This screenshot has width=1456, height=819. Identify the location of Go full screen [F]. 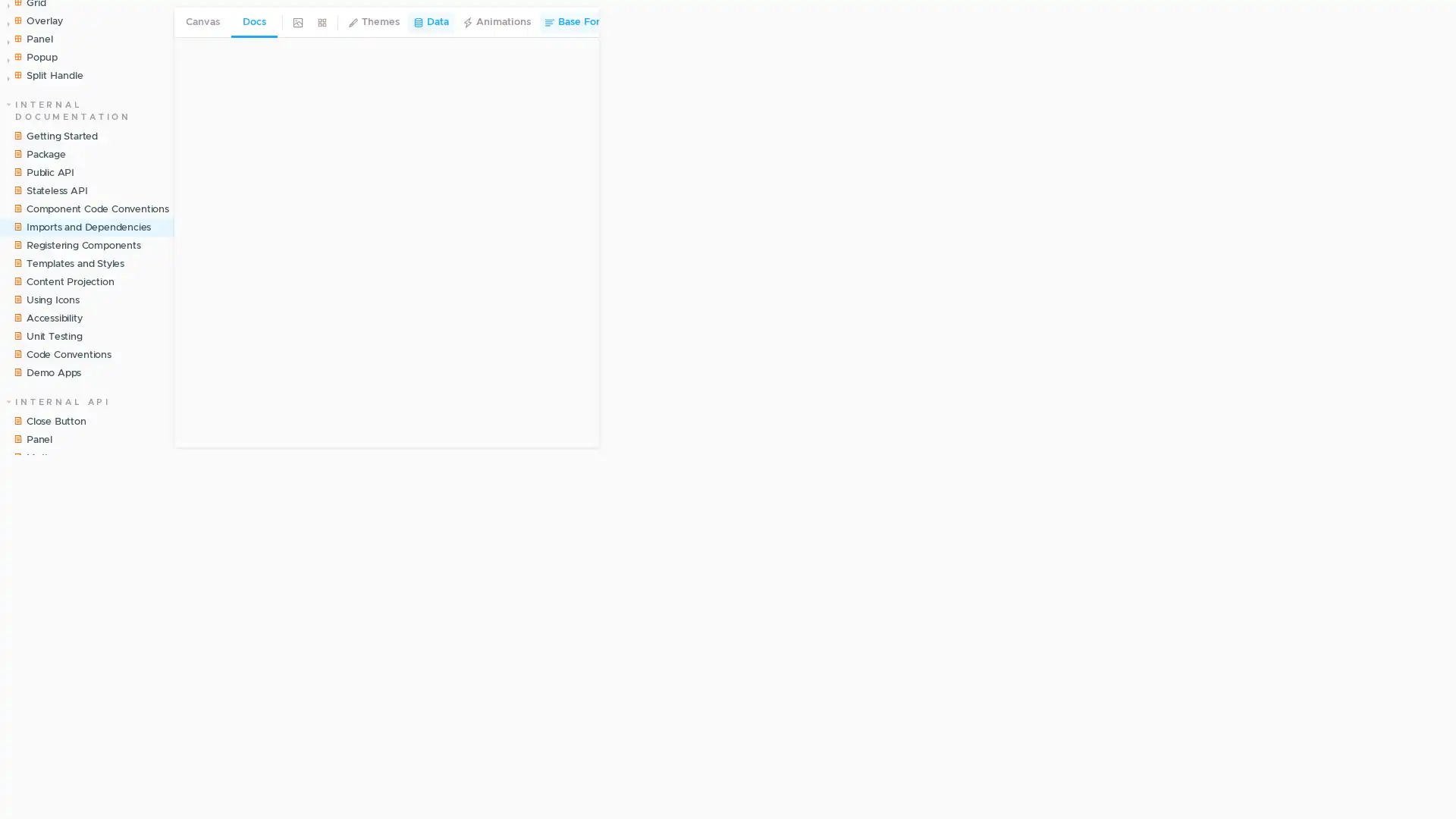
(1432, 23).